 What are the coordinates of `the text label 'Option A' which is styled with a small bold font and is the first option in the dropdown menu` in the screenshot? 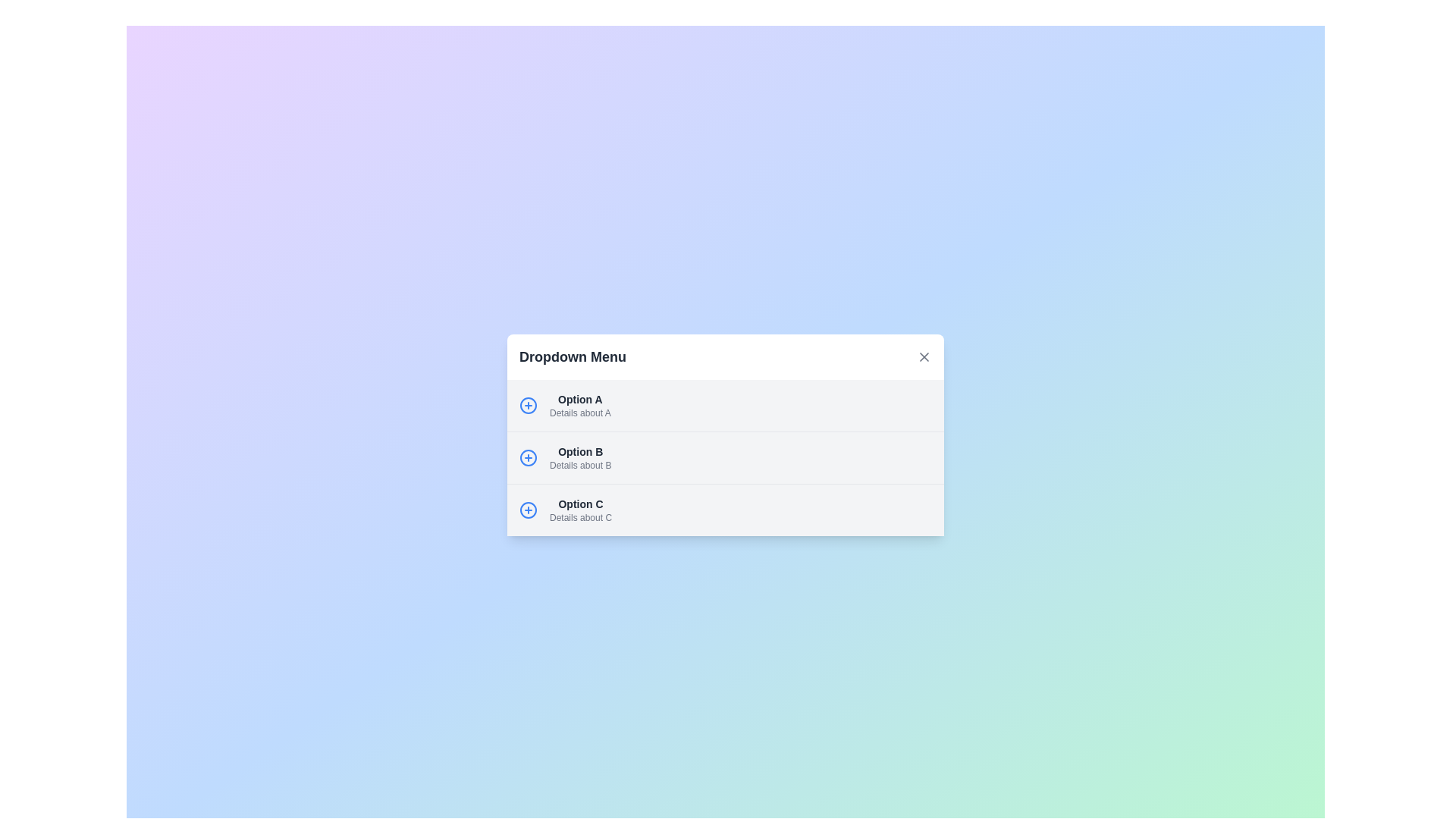 It's located at (579, 399).